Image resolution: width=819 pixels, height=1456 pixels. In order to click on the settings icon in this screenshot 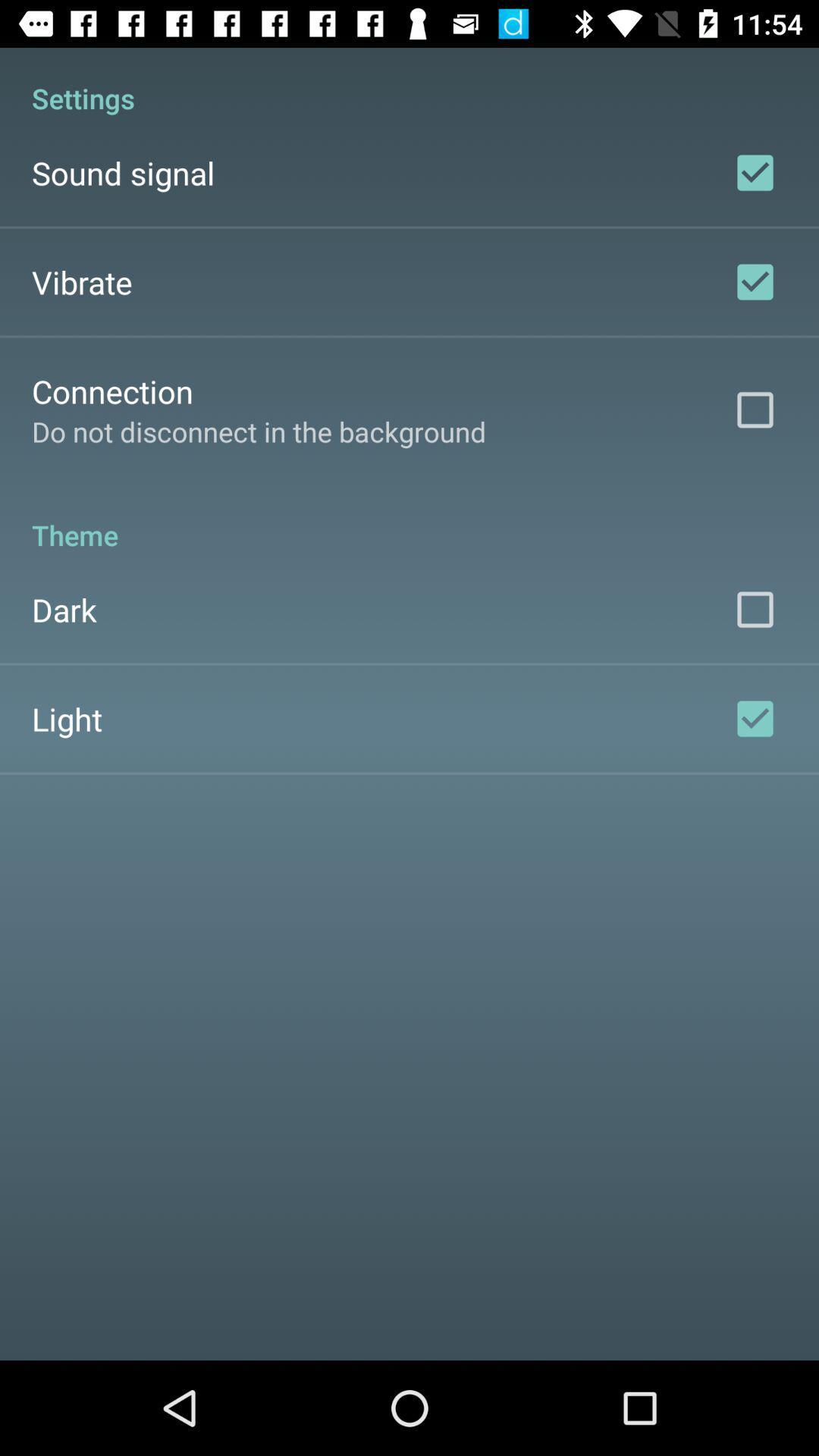, I will do `click(409, 81)`.